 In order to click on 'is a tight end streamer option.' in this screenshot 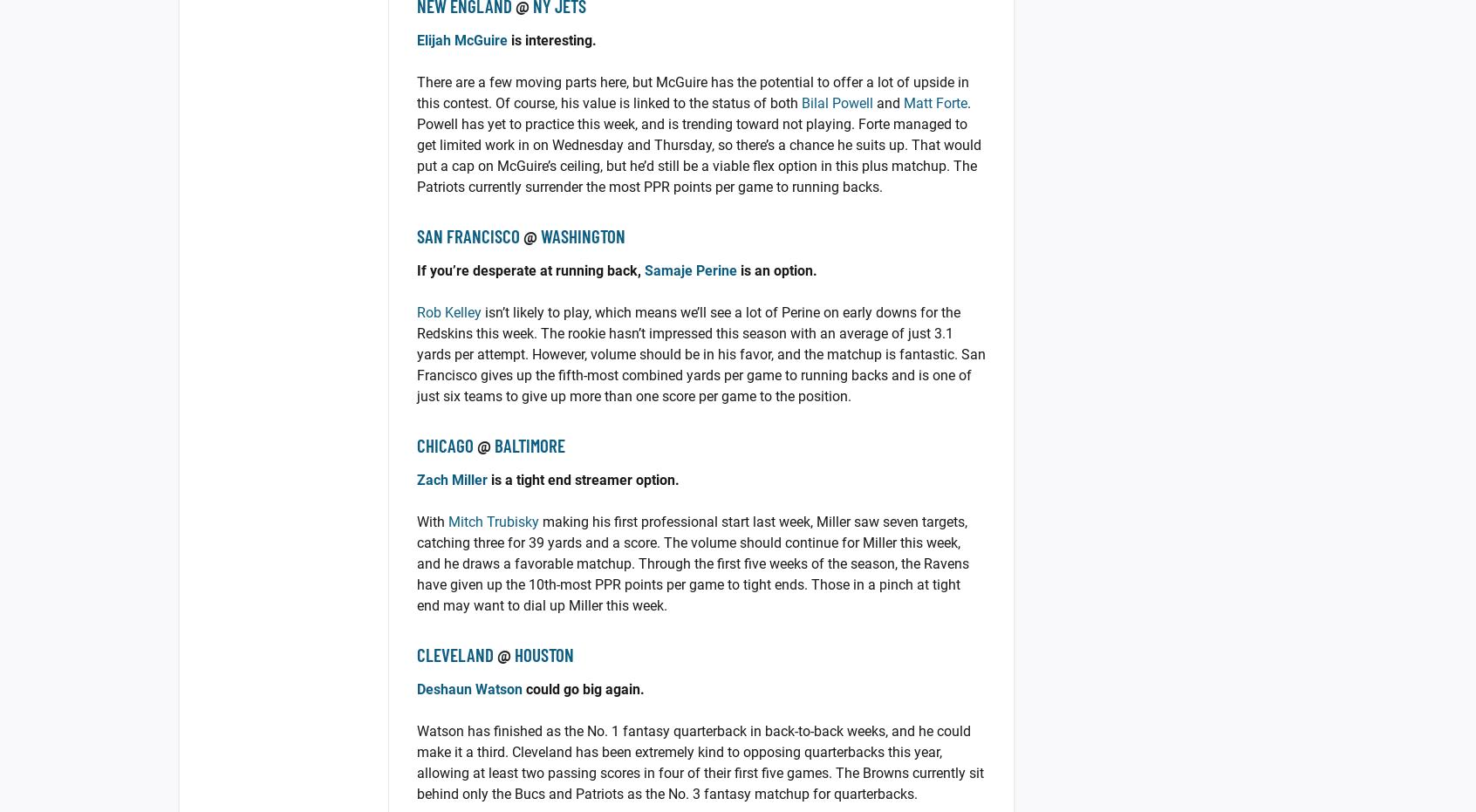, I will do `click(488, 479)`.